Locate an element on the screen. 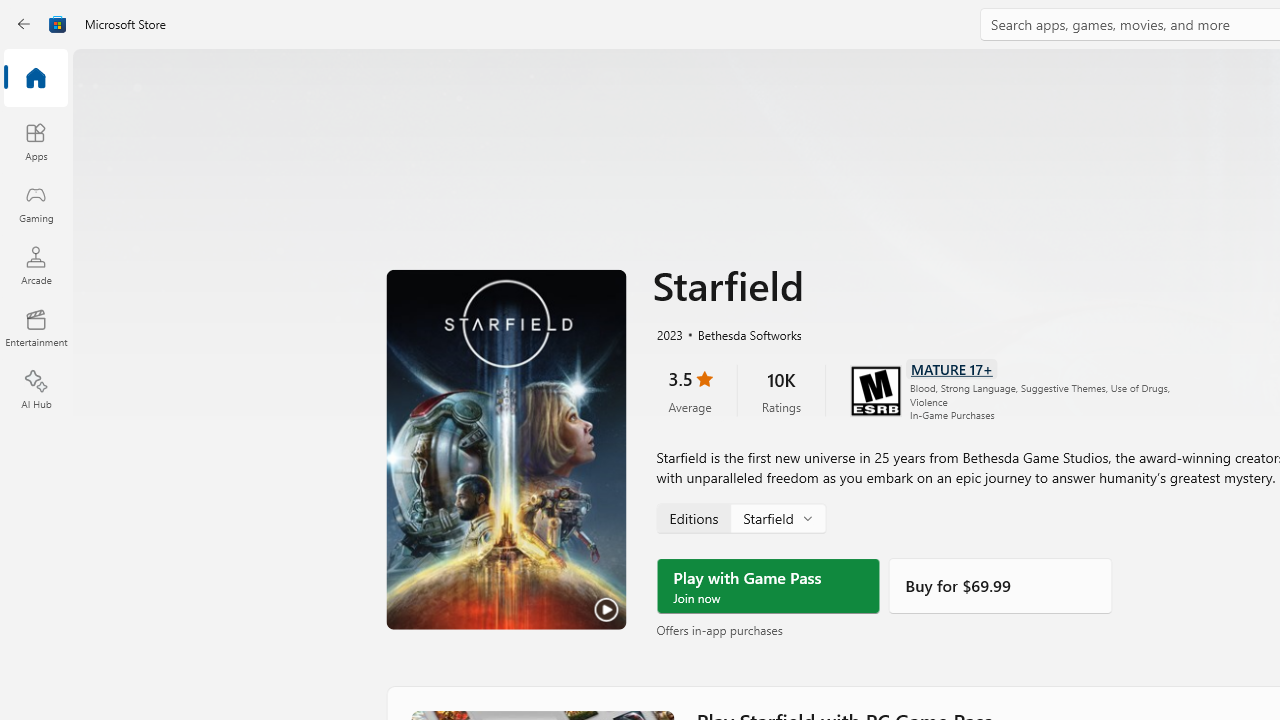 This screenshot has width=1280, height=720. 'Buy' is located at coordinates (1000, 585).